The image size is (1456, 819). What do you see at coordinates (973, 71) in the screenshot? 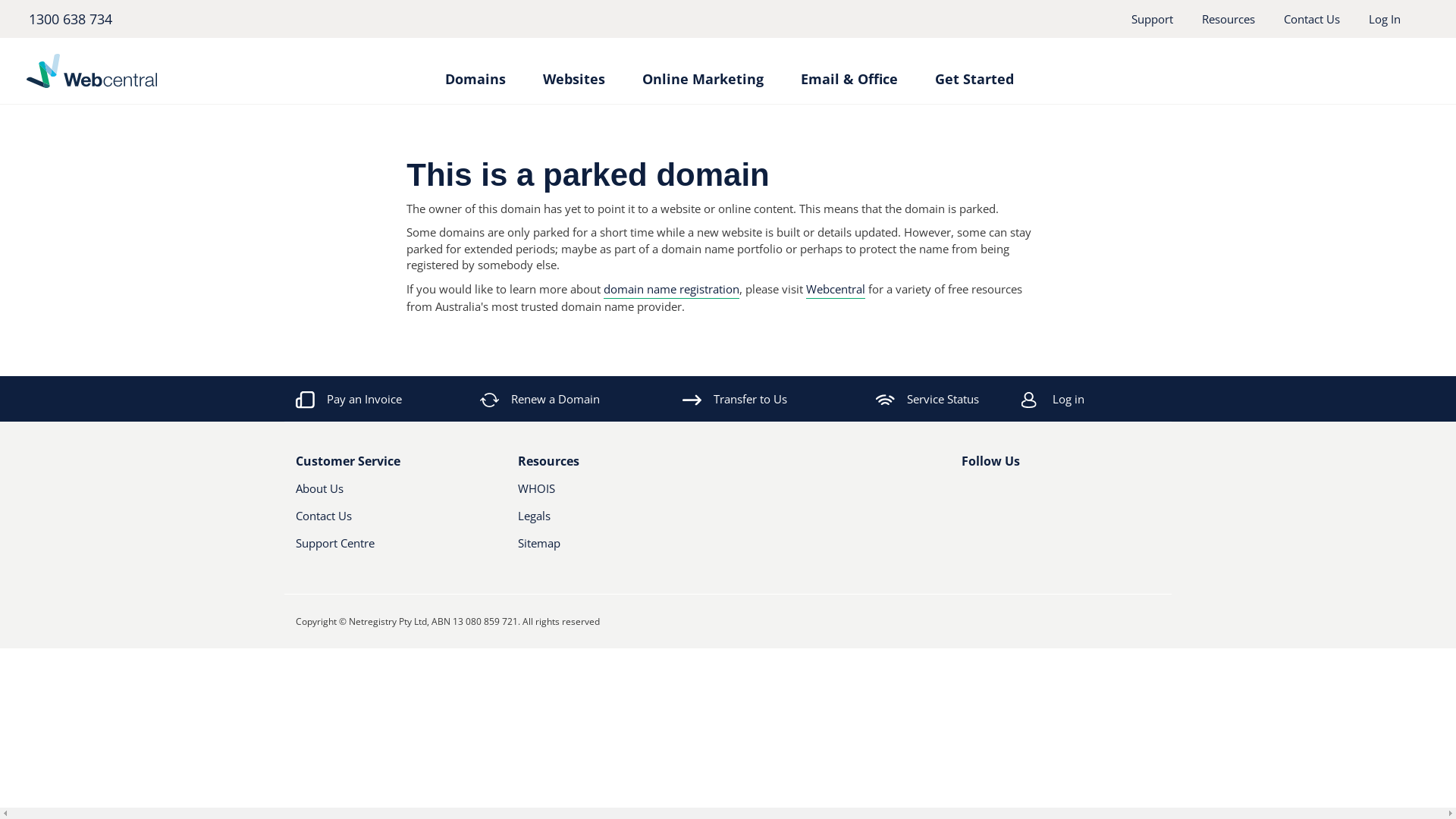
I see `'Get Started'` at bounding box center [973, 71].